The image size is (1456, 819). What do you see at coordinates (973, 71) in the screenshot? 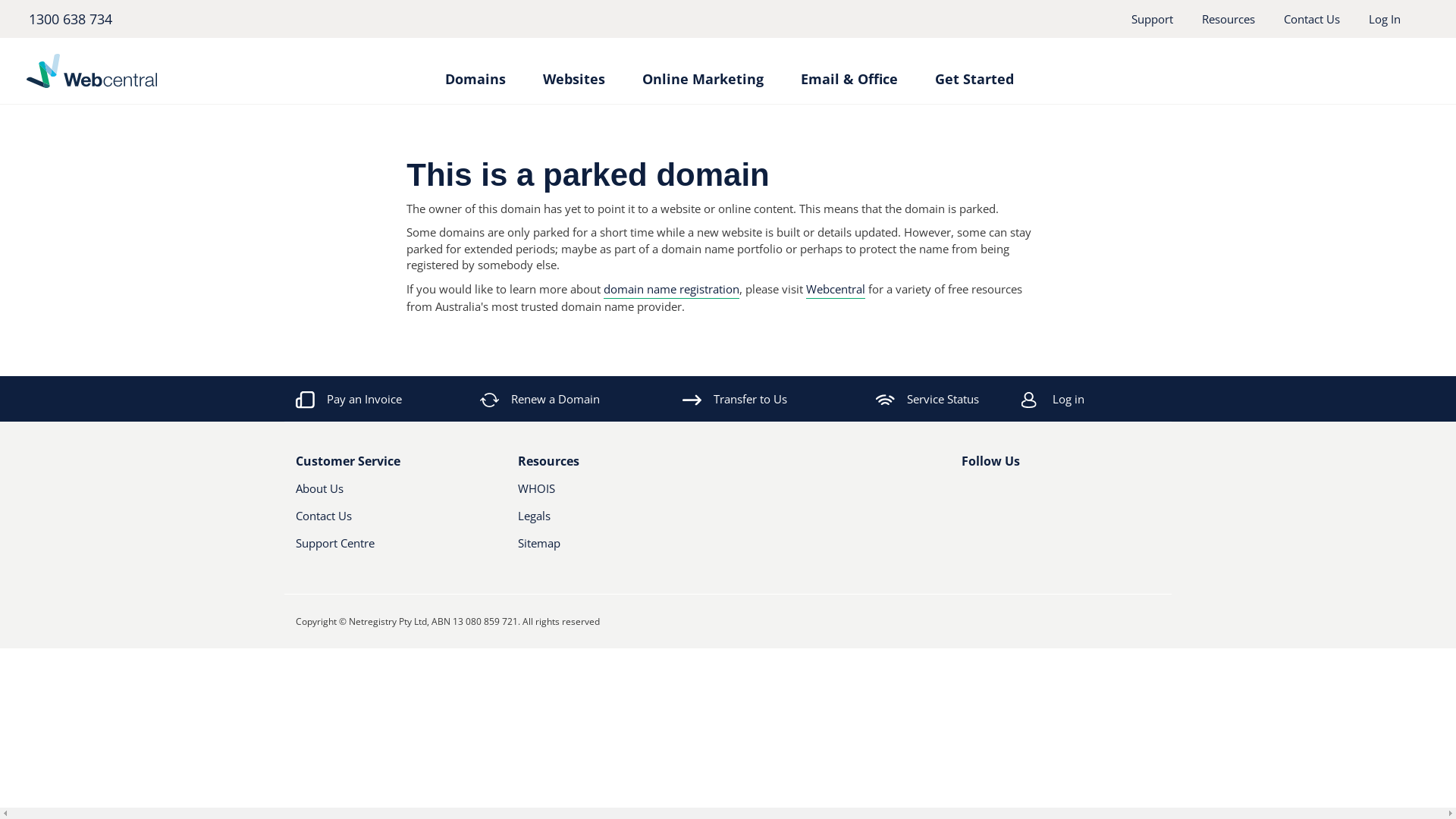
I see `'Get Started'` at bounding box center [973, 71].